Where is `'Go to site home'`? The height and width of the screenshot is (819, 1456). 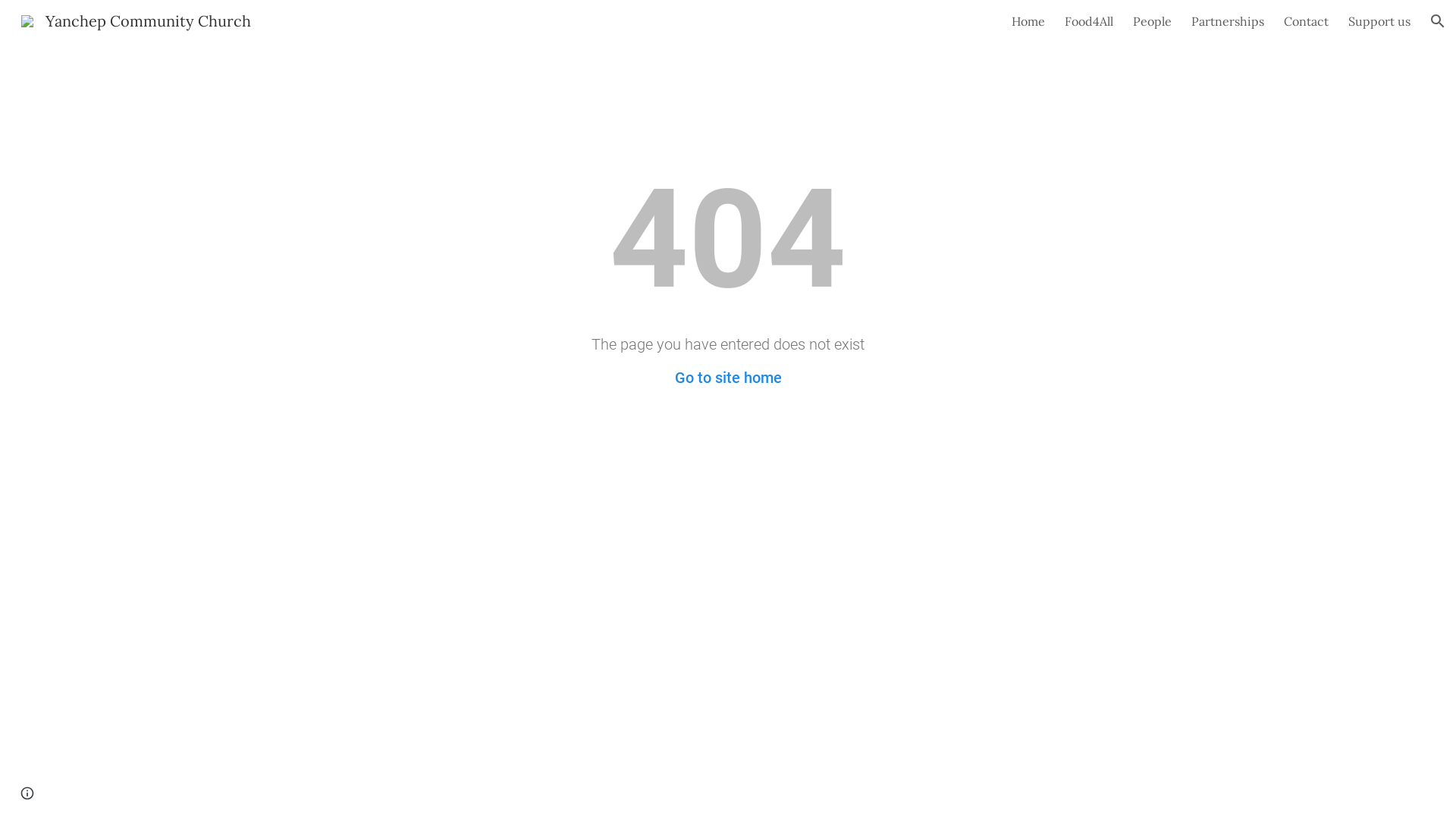 'Go to site home' is located at coordinates (728, 376).